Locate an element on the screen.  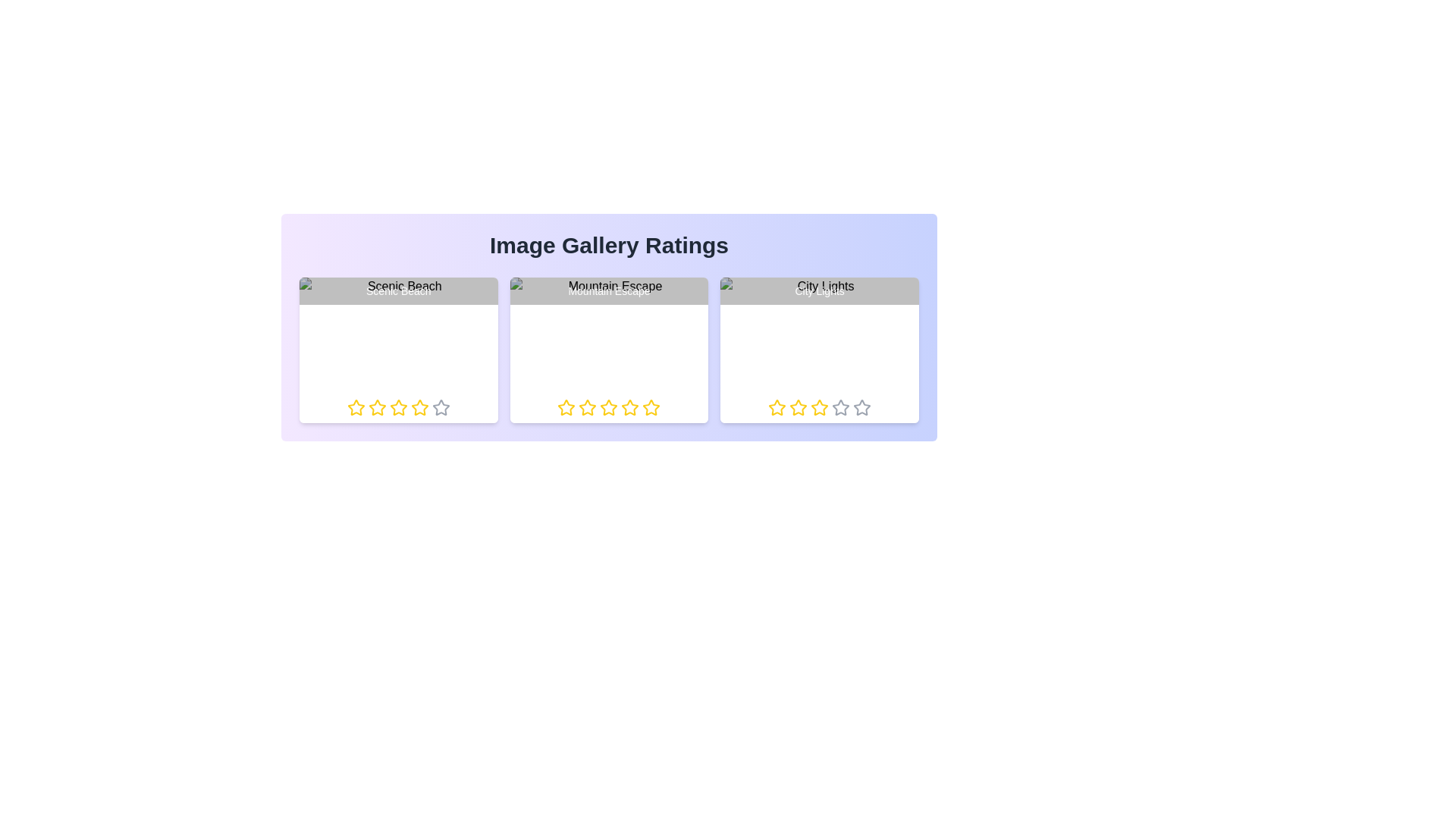
the rating for the image titled 'Mountain Escape' to 1 stars is located at coordinates (557, 406).